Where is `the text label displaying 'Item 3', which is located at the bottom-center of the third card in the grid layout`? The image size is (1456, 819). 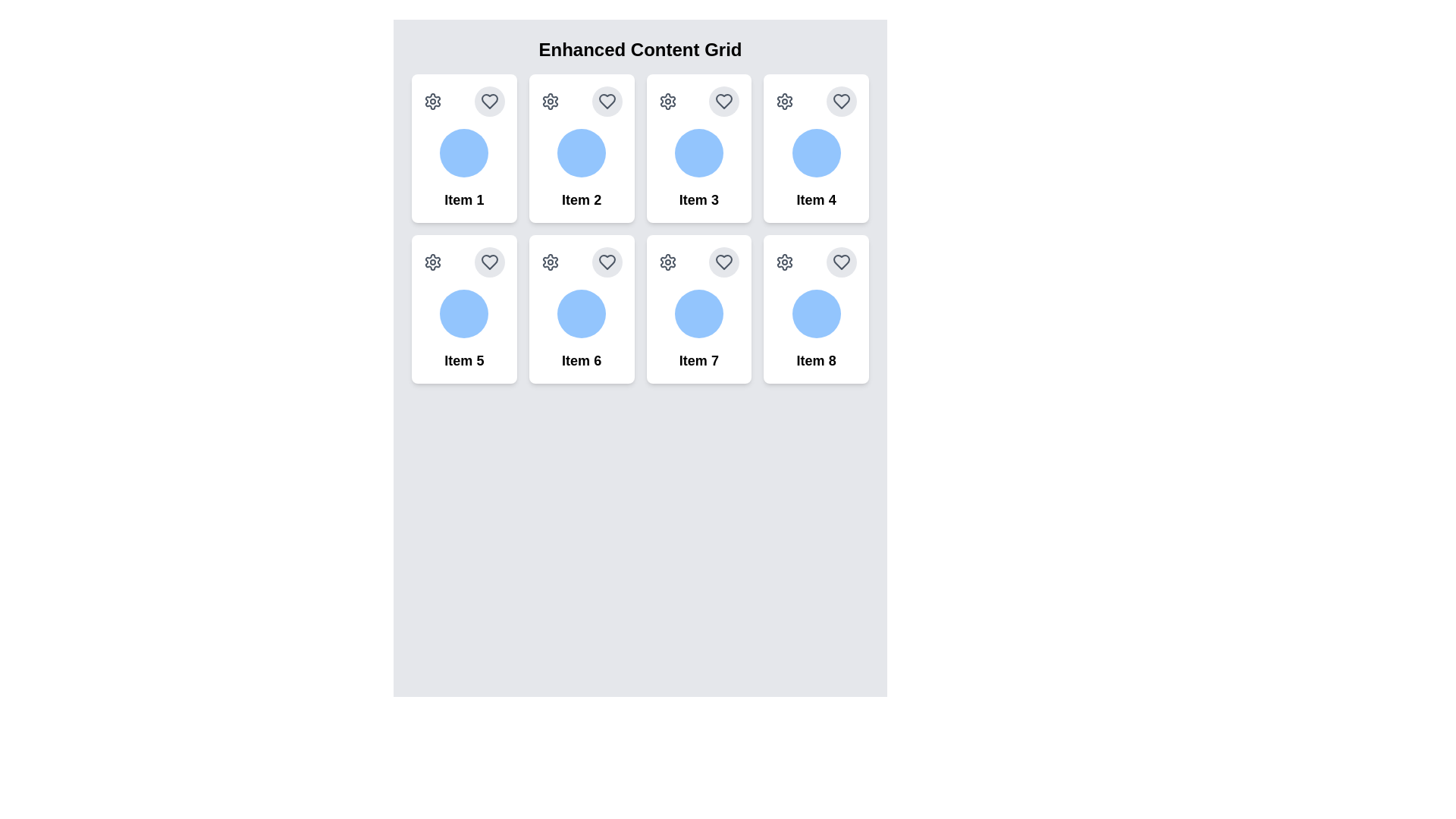
the text label displaying 'Item 3', which is located at the bottom-center of the third card in the grid layout is located at coordinates (698, 199).